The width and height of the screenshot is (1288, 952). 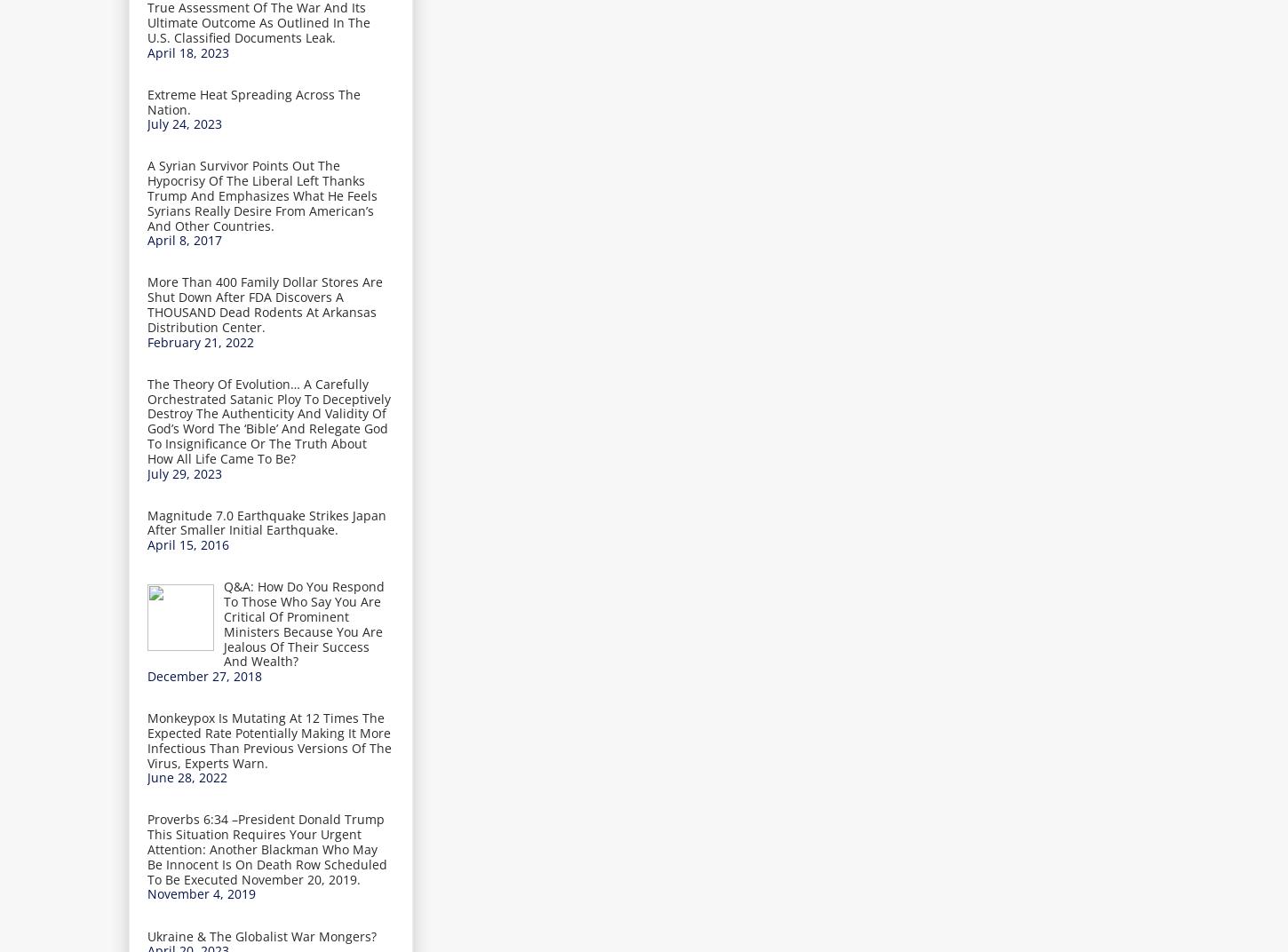 What do you see at coordinates (267, 848) in the screenshot?
I see `'Proverbs 6:34 –President Donald Trump This Situation Requires Your Urgent Attention: Another Blackman Who May Be Innocent Is On Death Row Scheduled To Be Executed November 20, 2019.'` at bounding box center [267, 848].